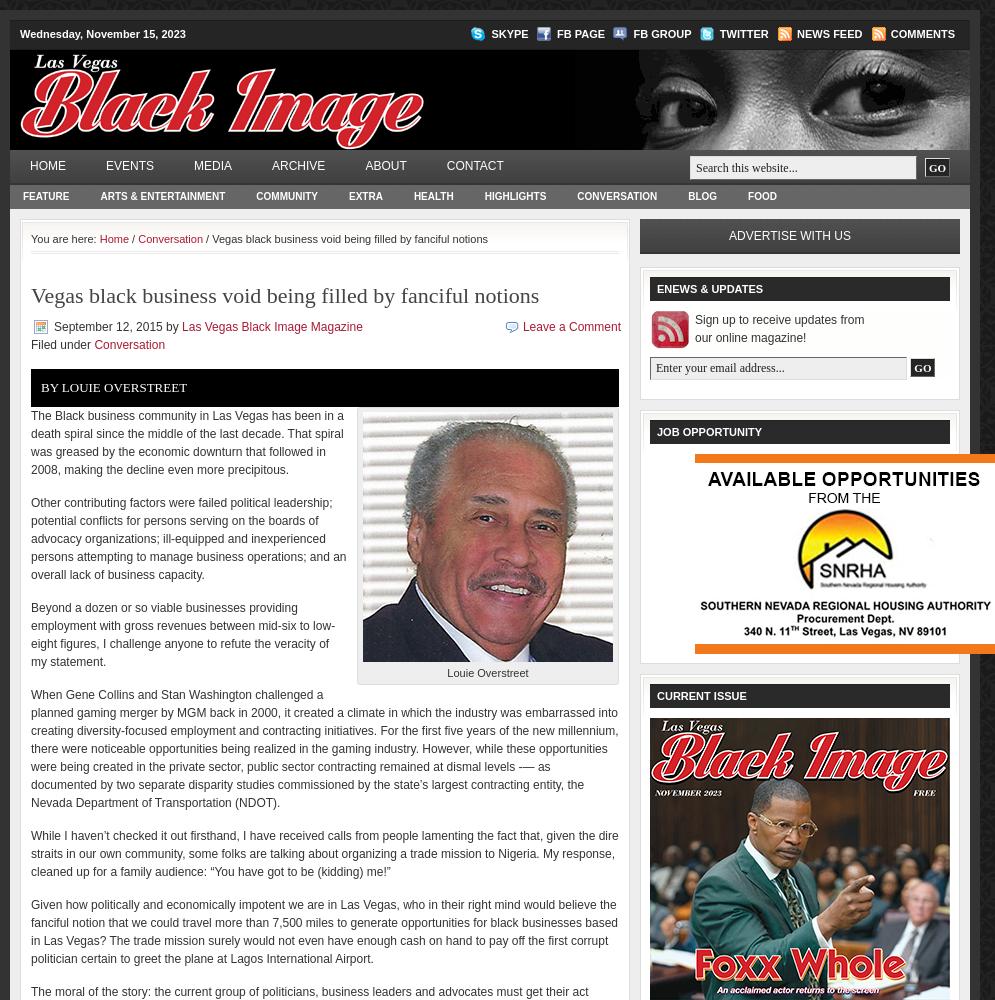 The width and height of the screenshot is (995, 1000). I want to click on 'Beyond a dozen or so viable businesses providing employment with gross revenues between mid-six to low-eight figures, I challenge anyone to refute the veracity of my statement.', so click(182, 635).